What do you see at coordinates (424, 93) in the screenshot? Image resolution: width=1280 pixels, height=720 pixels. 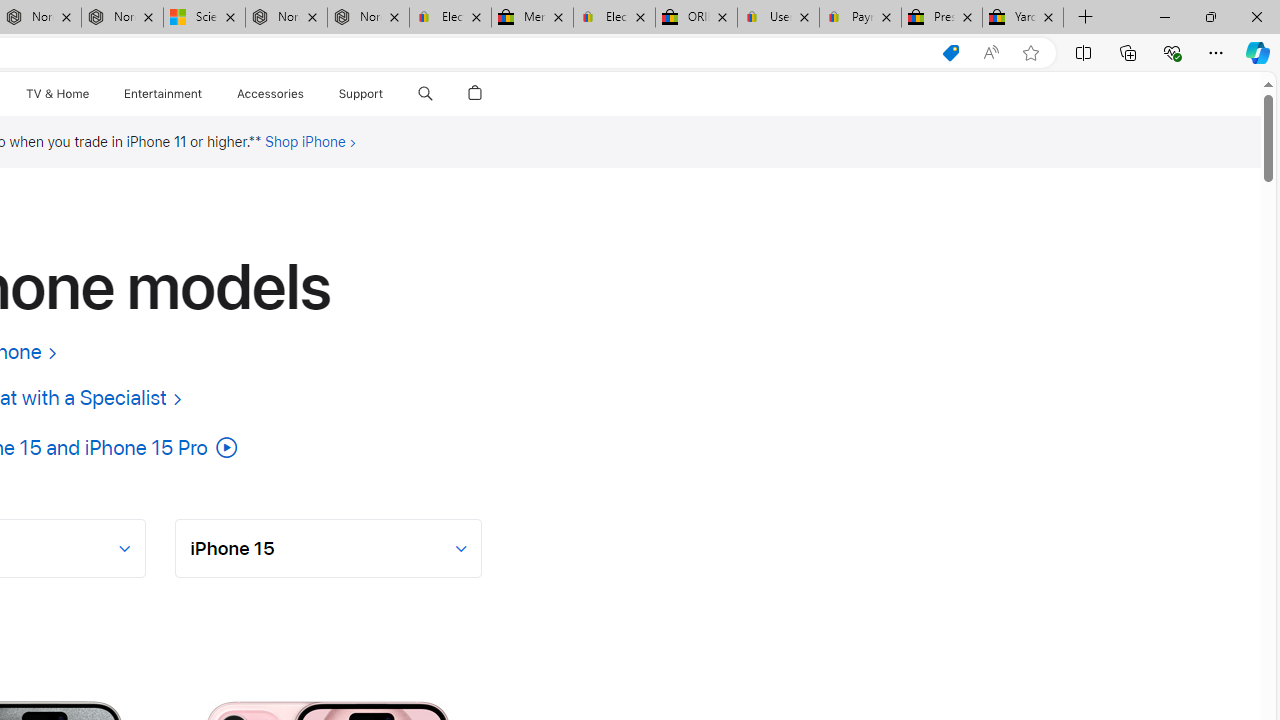 I see `'Class: globalnav-item globalnav-search shift-0-1'` at bounding box center [424, 93].